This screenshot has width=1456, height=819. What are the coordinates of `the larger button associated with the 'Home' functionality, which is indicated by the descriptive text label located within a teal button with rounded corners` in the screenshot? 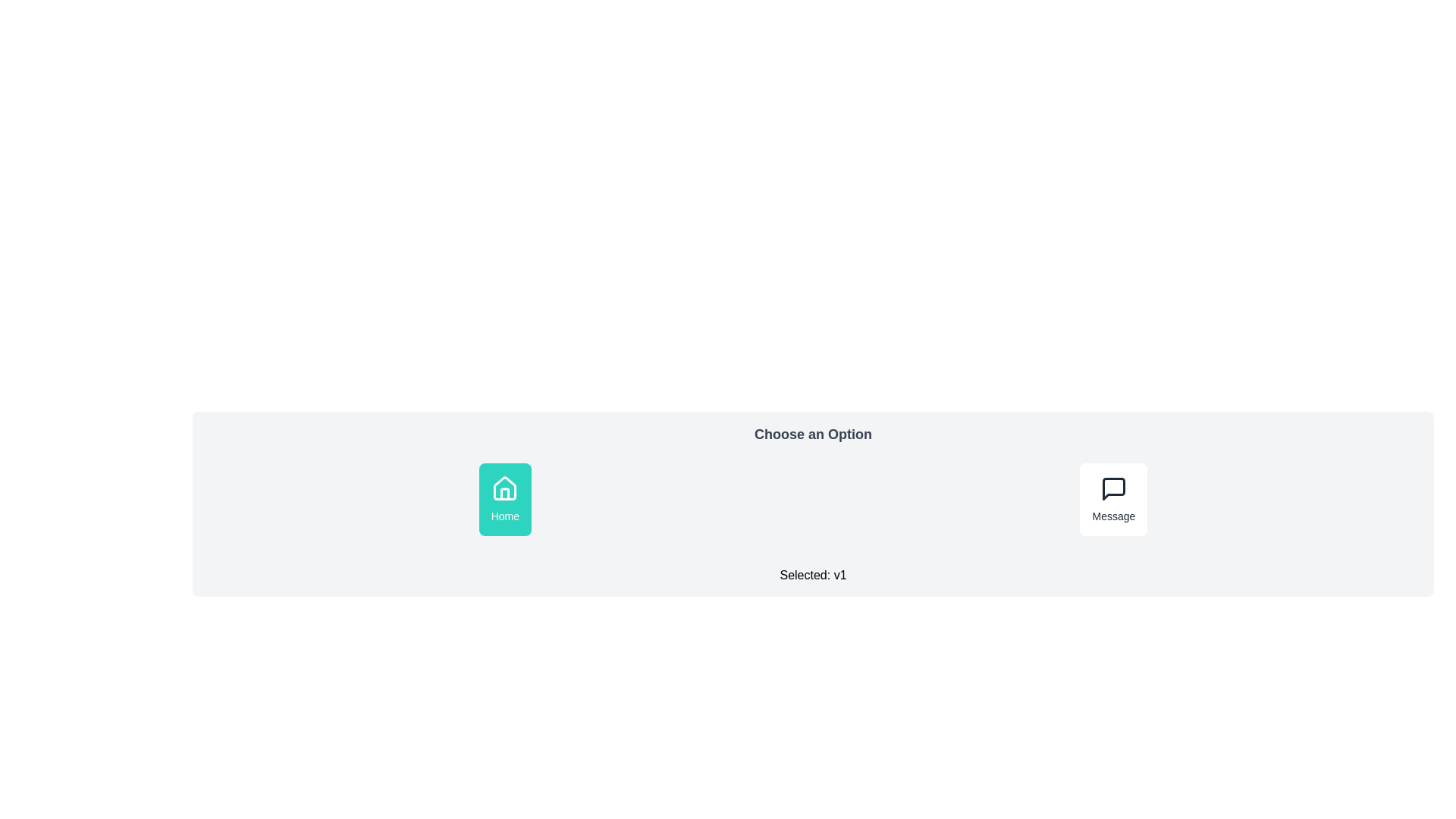 It's located at (505, 516).